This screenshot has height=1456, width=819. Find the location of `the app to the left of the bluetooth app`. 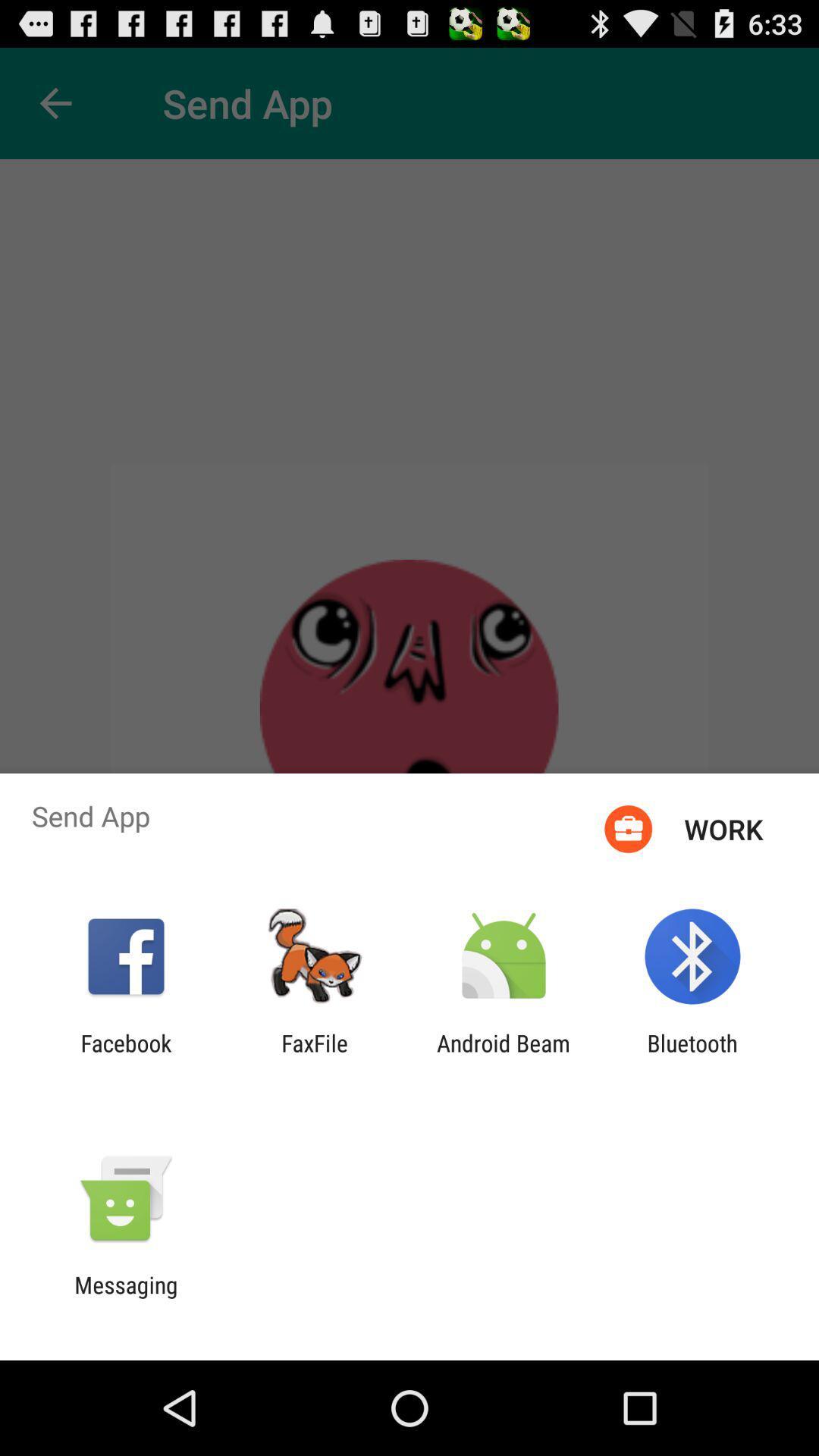

the app to the left of the bluetooth app is located at coordinates (504, 1056).